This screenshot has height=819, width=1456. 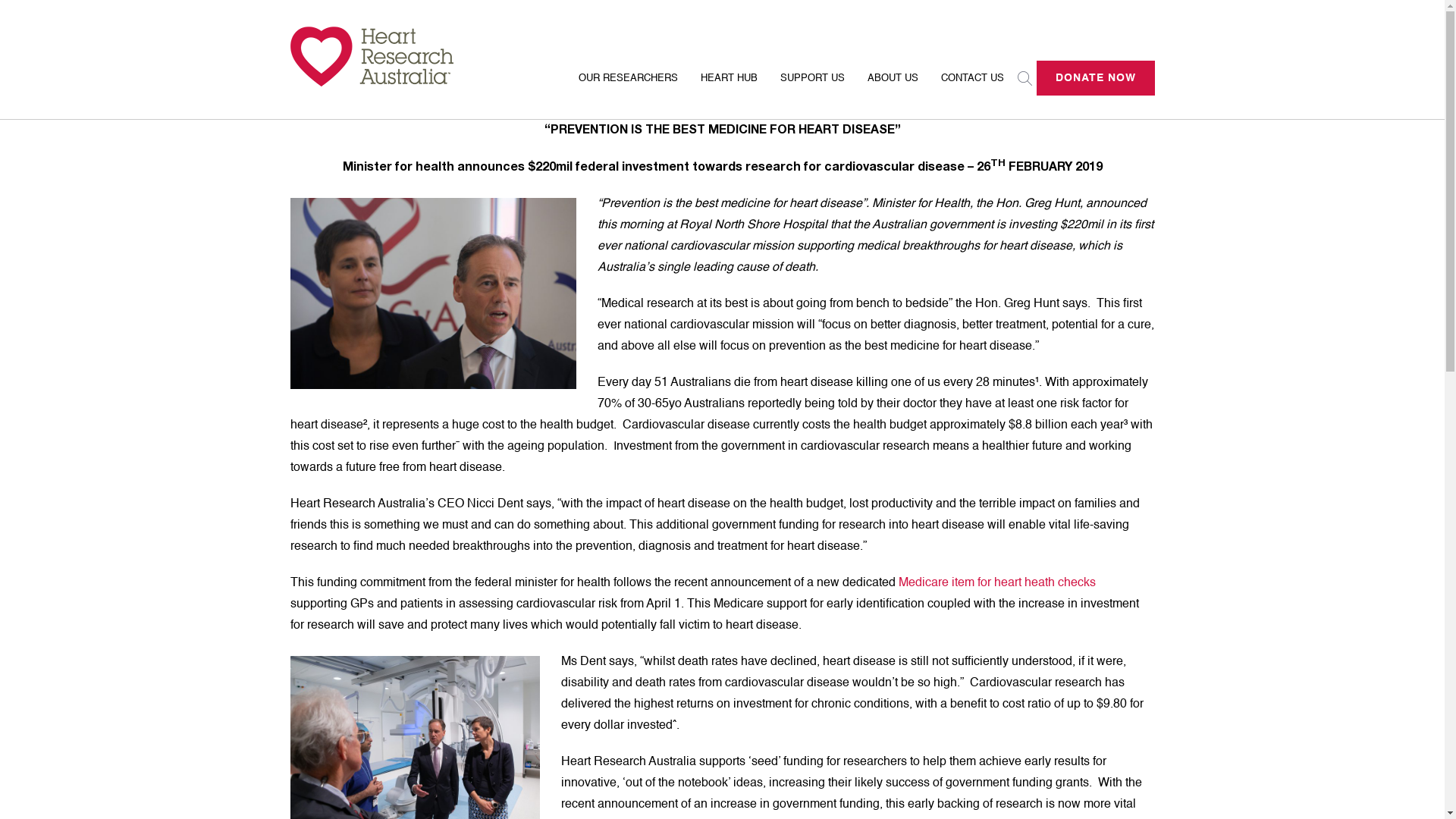 I want to click on 'OUR RESEARCHERS', so click(x=628, y=88).